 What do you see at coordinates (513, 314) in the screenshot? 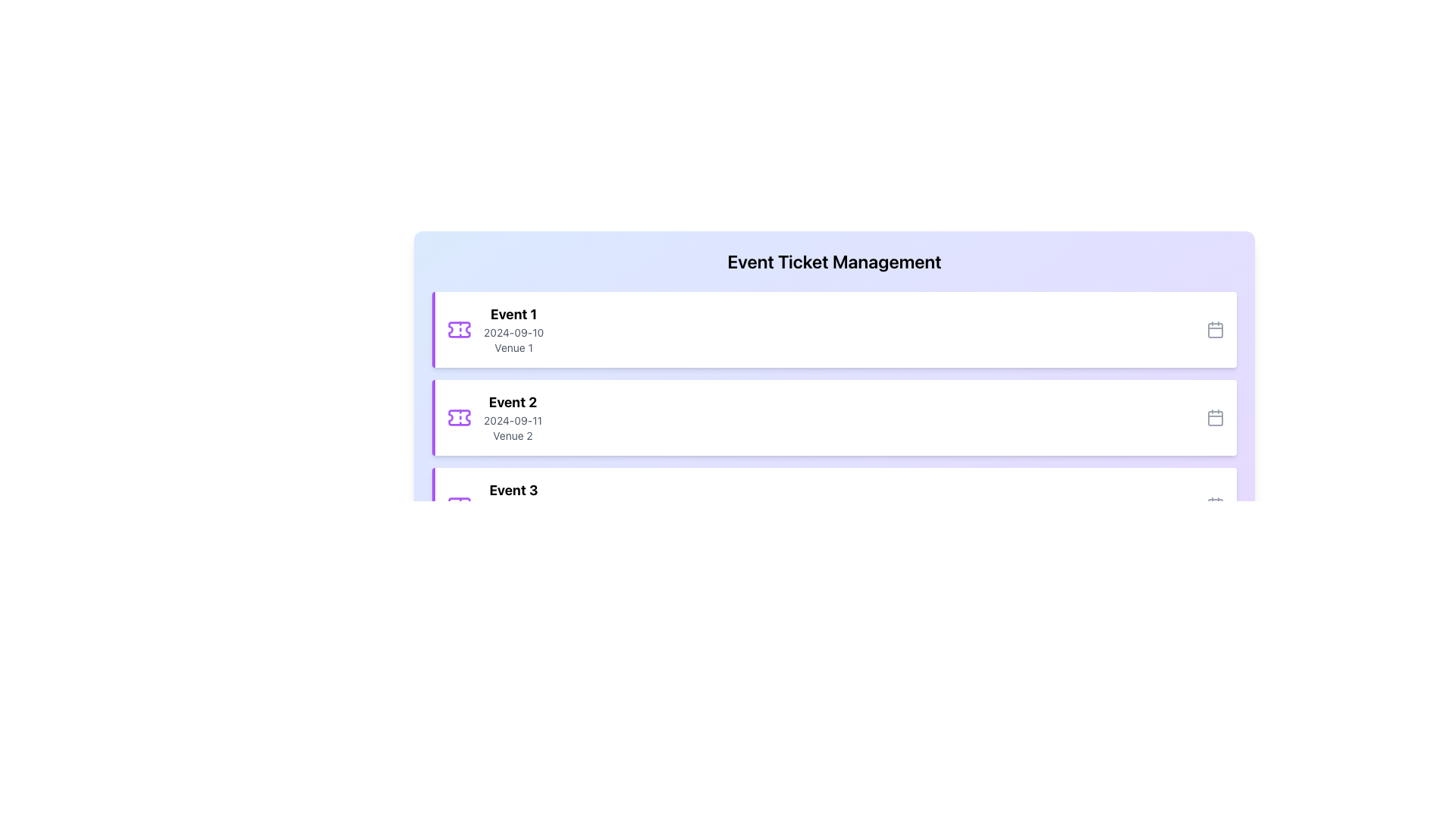
I see `the text element displaying 'Event 1' in bold and large font to select it` at bounding box center [513, 314].